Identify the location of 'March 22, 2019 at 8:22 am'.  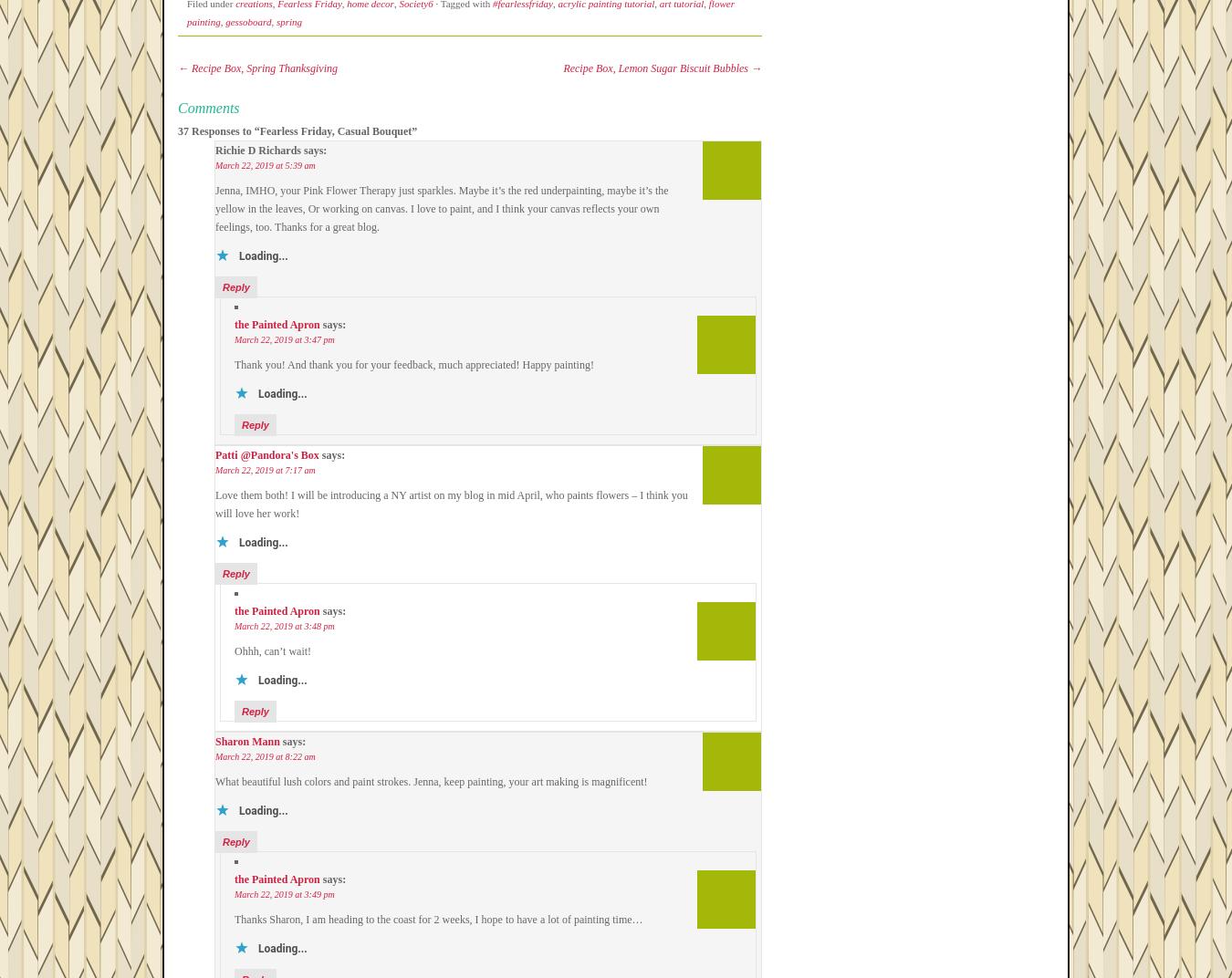
(264, 755).